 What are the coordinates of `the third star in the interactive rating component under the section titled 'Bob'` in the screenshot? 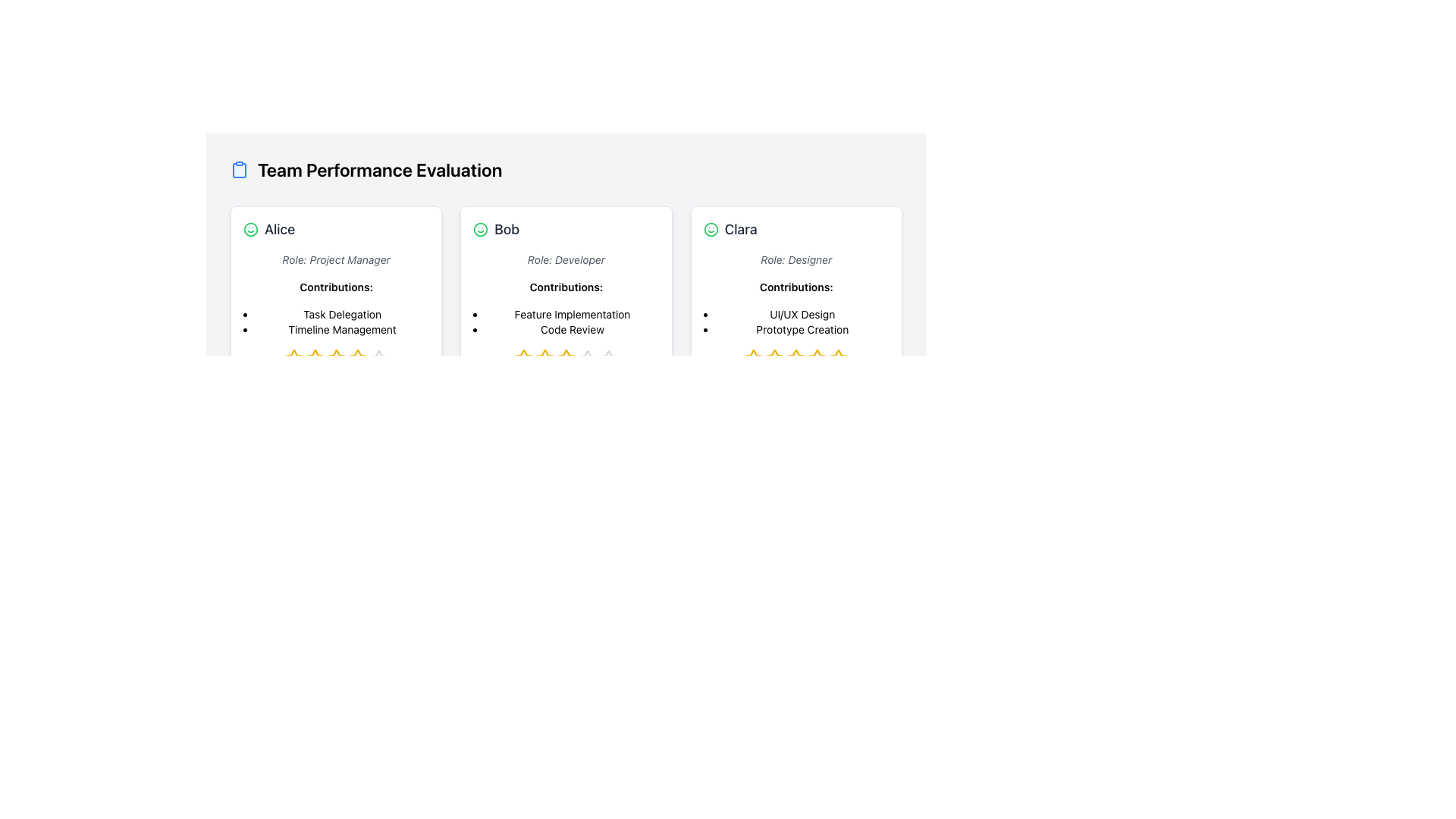 It's located at (545, 359).